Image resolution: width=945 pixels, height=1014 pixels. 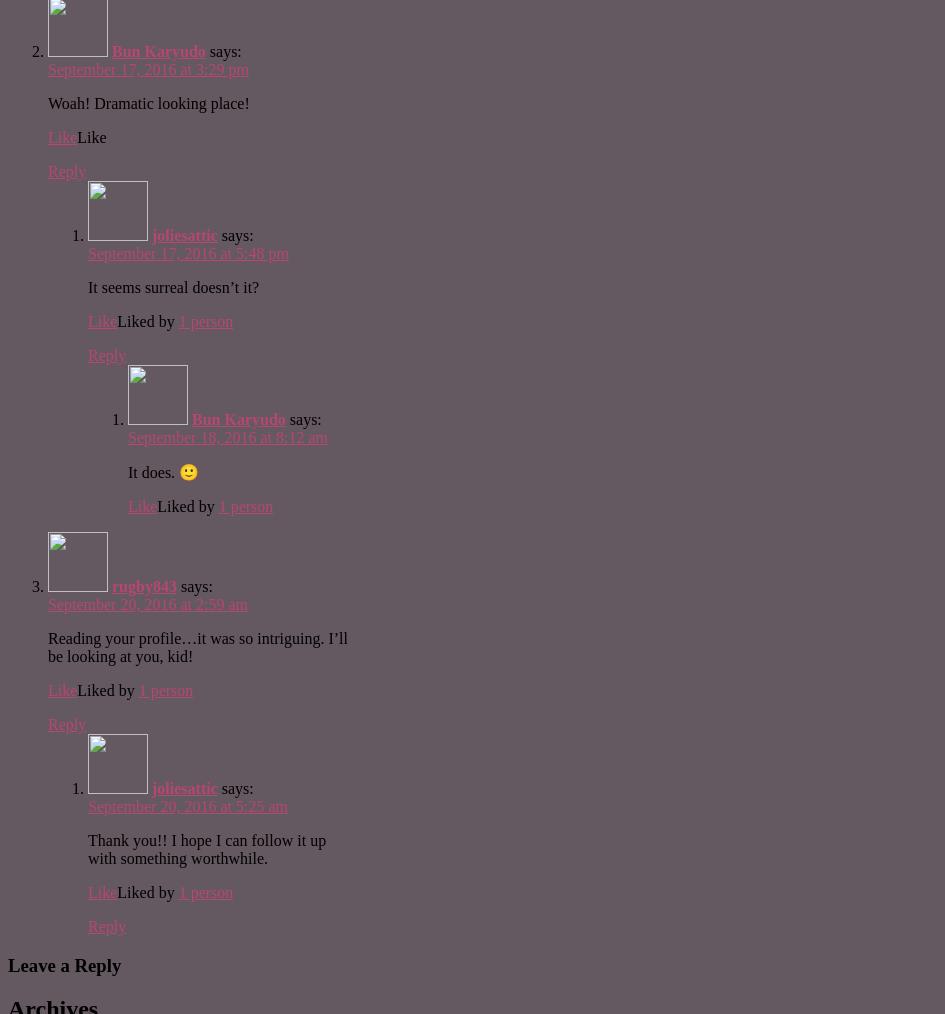 What do you see at coordinates (163, 471) in the screenshot?
I see `'It does.  🙂'` at bounding box center [163, 471].